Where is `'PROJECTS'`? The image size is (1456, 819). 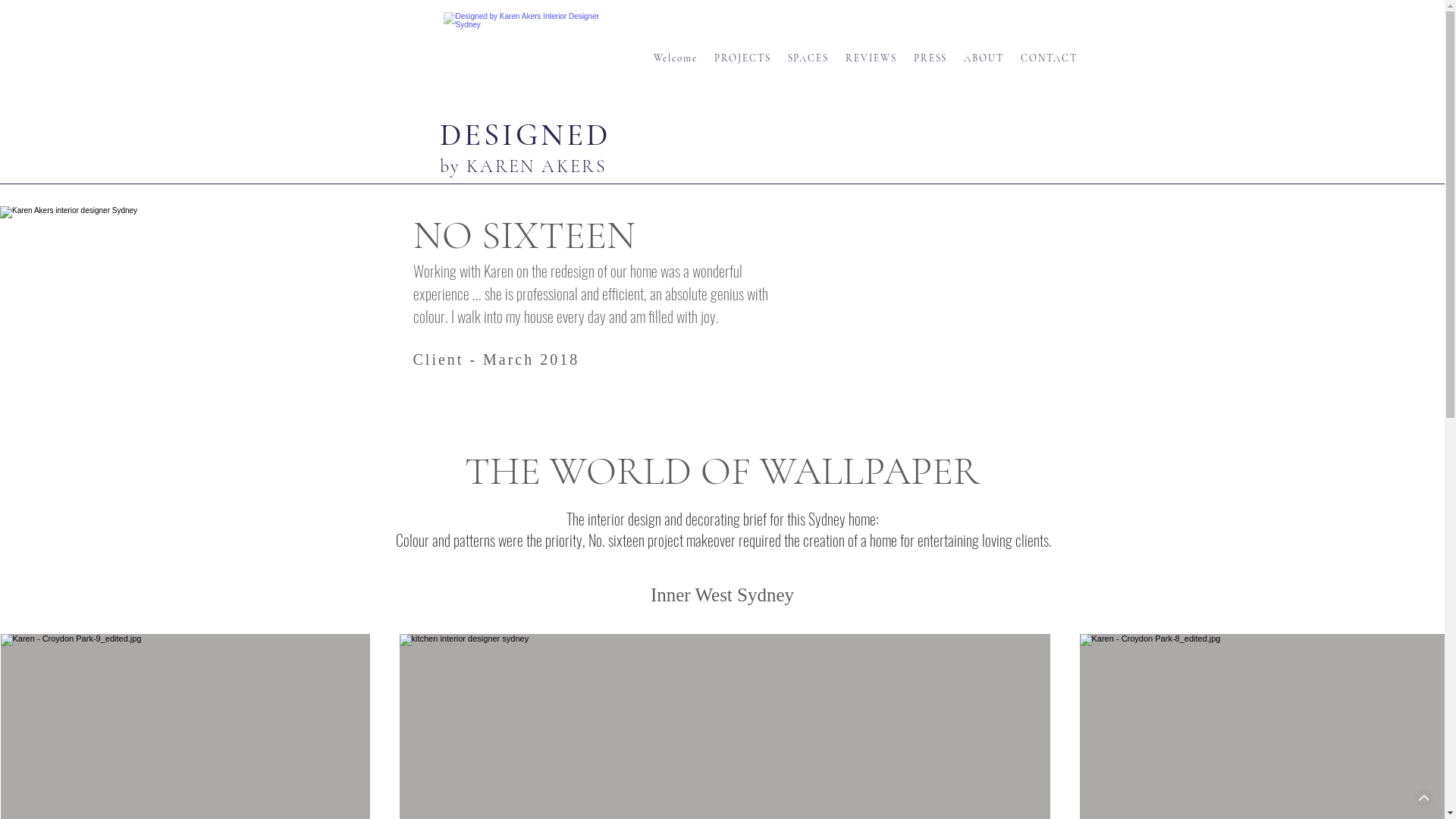
'PROJECTS' is located at coordinates (743, 58).